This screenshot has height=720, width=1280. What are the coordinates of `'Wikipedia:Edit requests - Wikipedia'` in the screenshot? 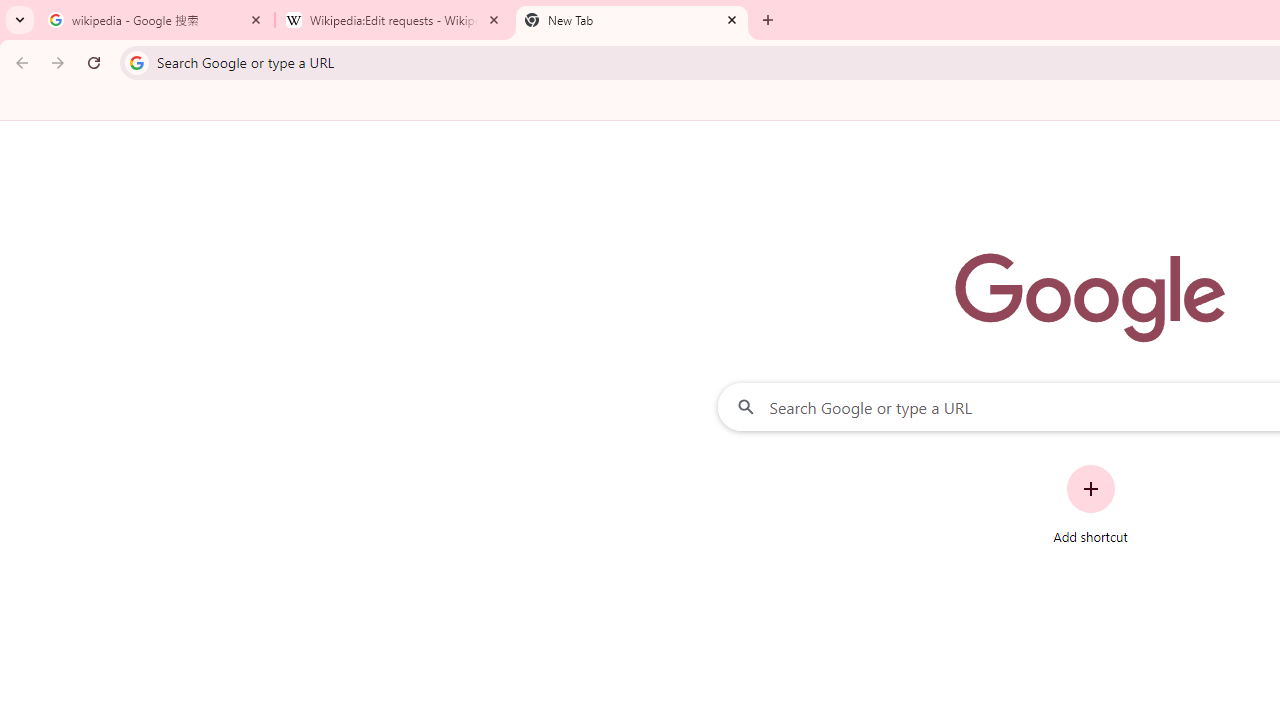 It's located at (394, 20).